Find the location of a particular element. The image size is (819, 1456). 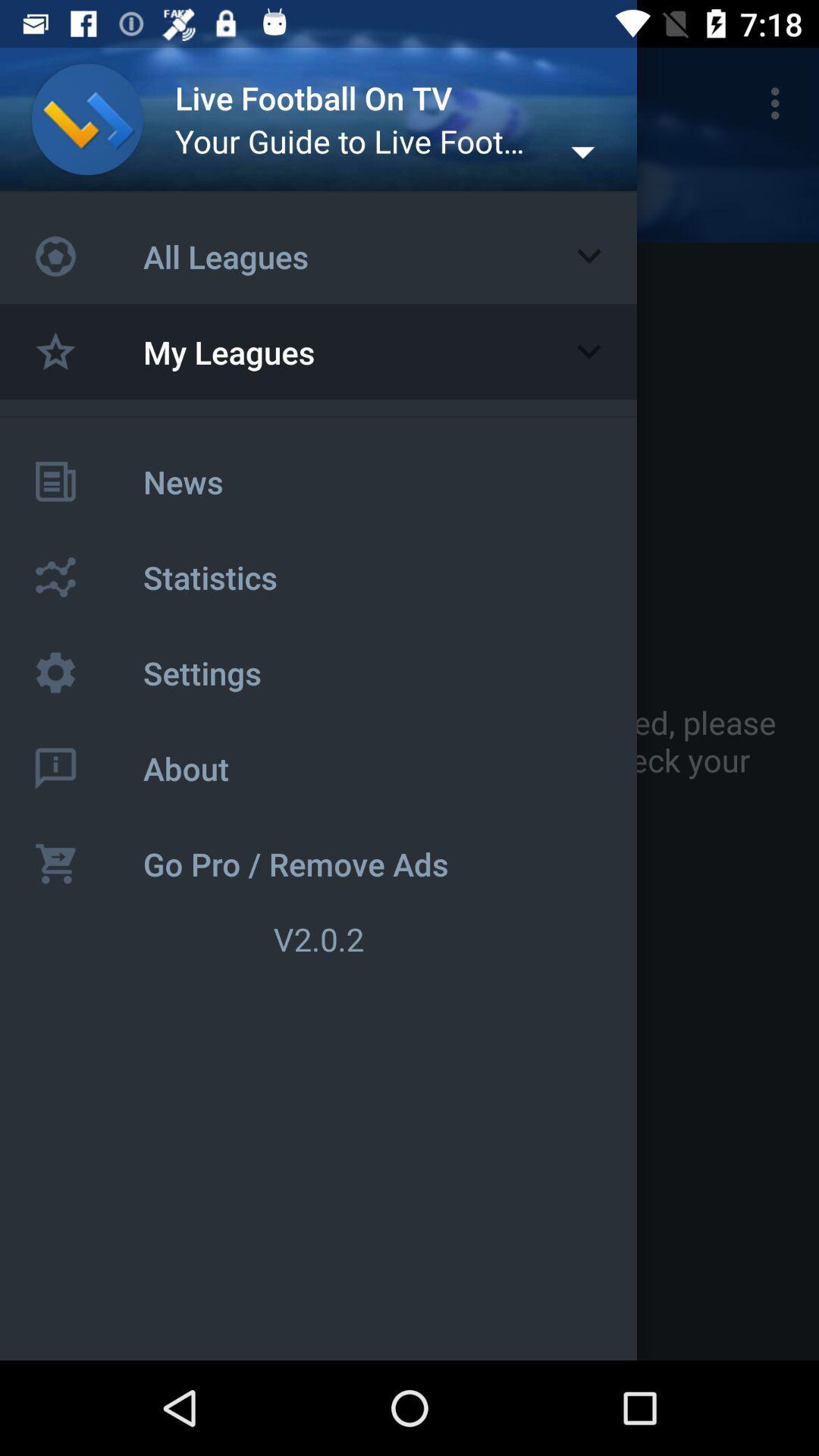

item to the left of the live football on icon is located at coordinates (55, 102).